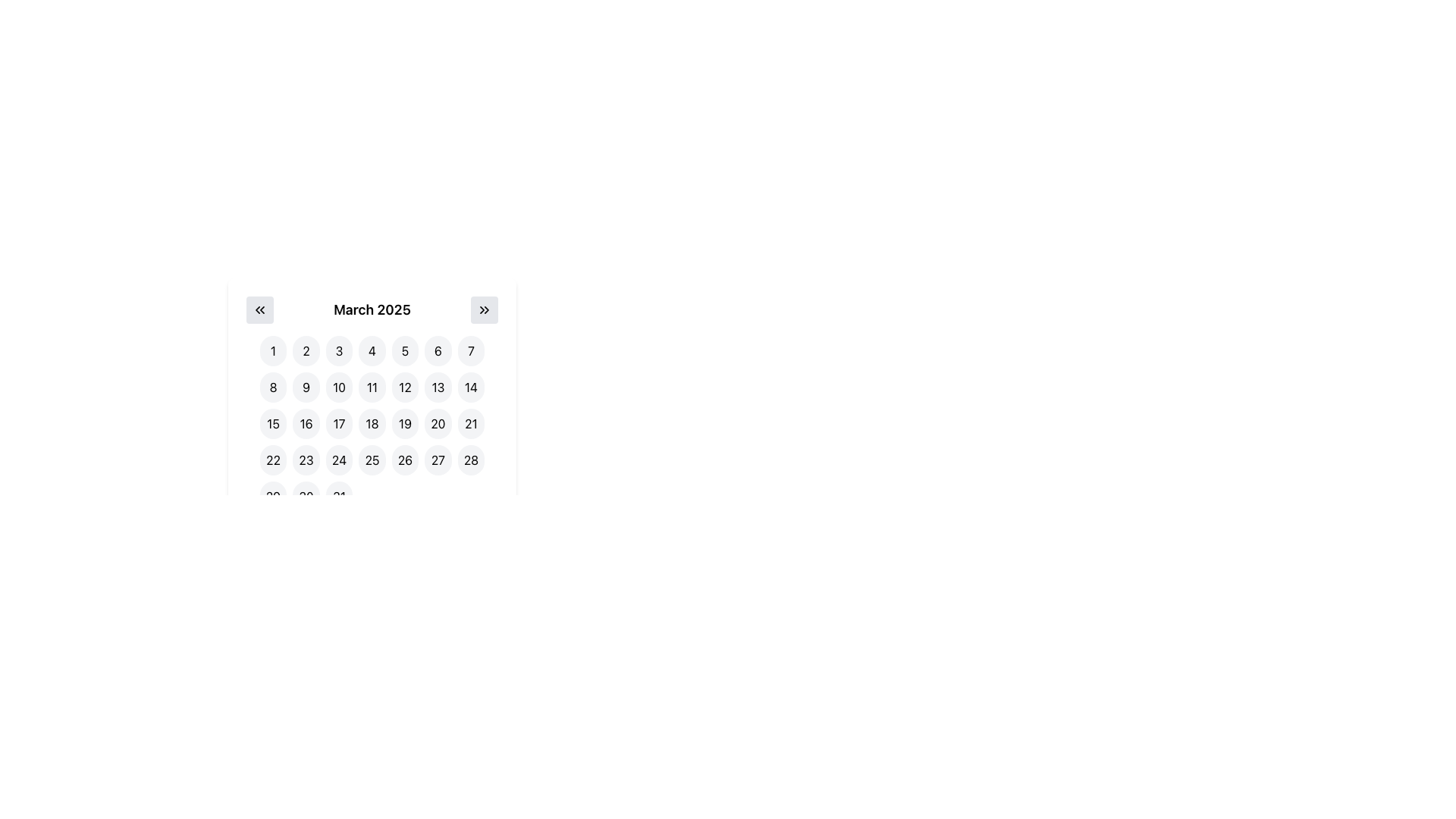 The image size is (1456, 819). Describe the element at coordinates (372, 309) in the screenshot. I see `the text displaying the currently selected month and year in the calendar component, which is centrally located between the navigation buttons ('<<' and '>>')` at that location.